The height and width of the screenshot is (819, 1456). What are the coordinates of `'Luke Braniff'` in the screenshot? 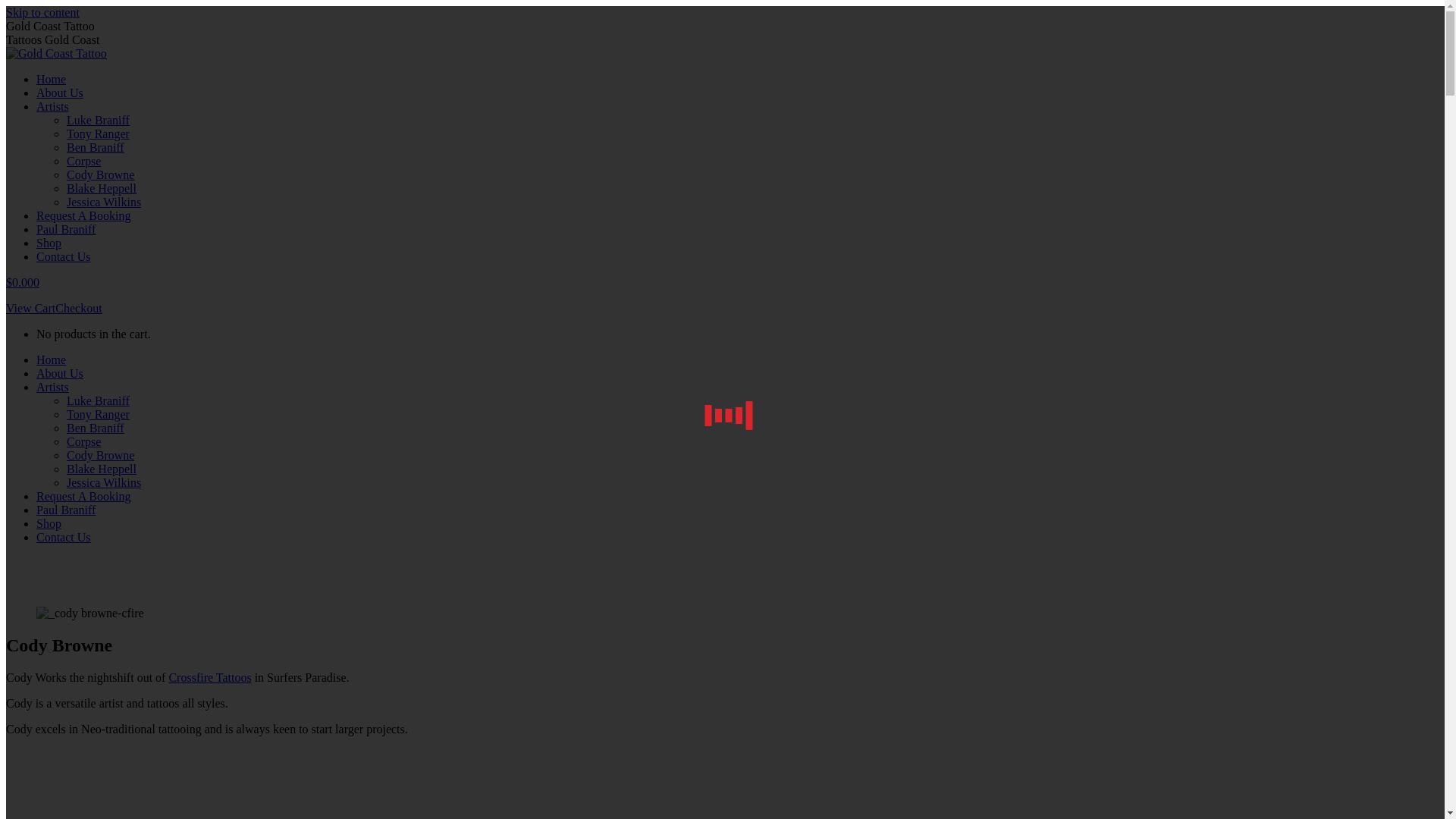 It's located at (97, 119).